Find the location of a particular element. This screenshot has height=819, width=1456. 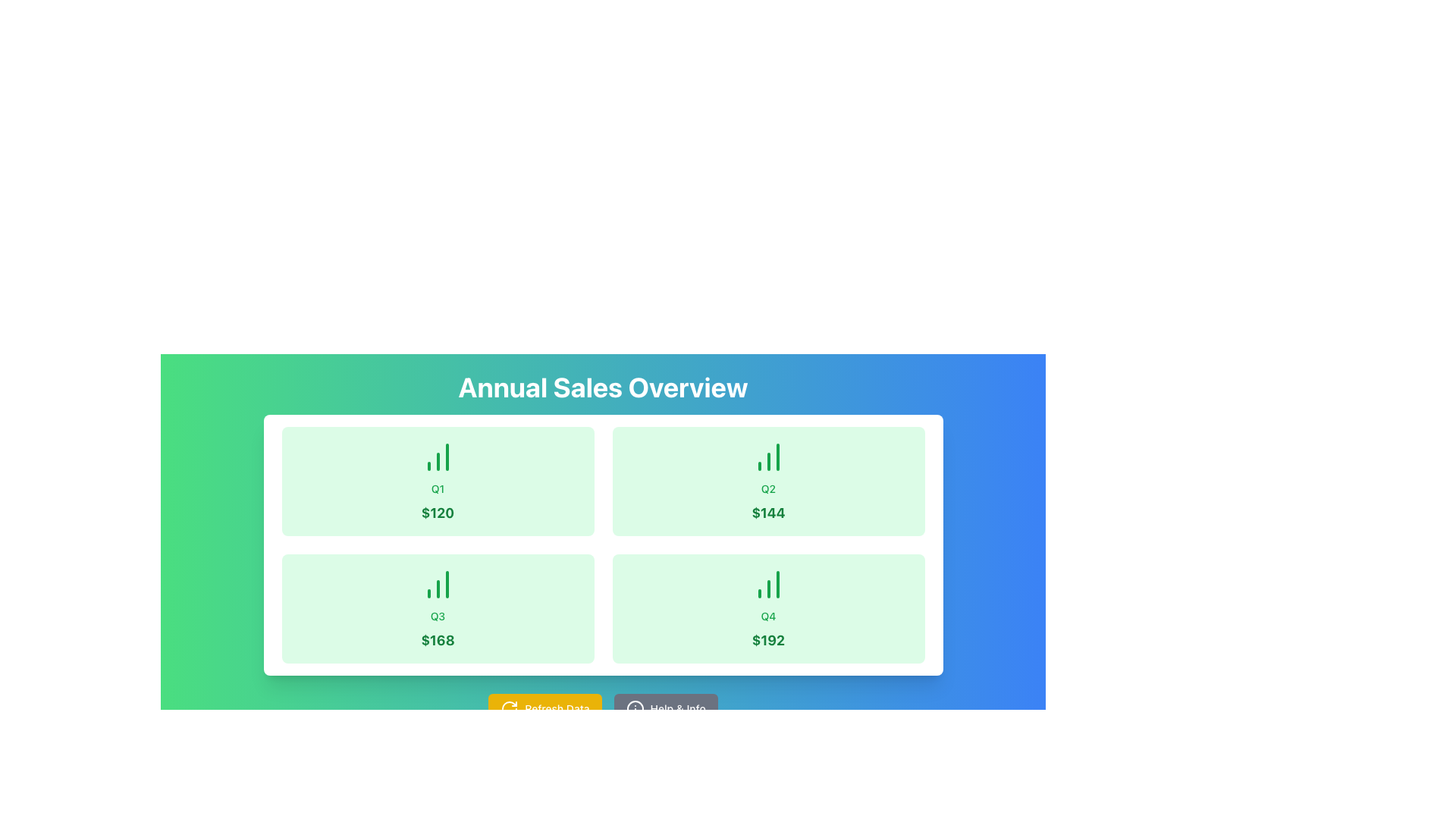

the green text reading 'Q4' which is centrally placed in the bottom-right card of the green-themed UI detailing quarterly sales information is located at coordinates (768, 617).